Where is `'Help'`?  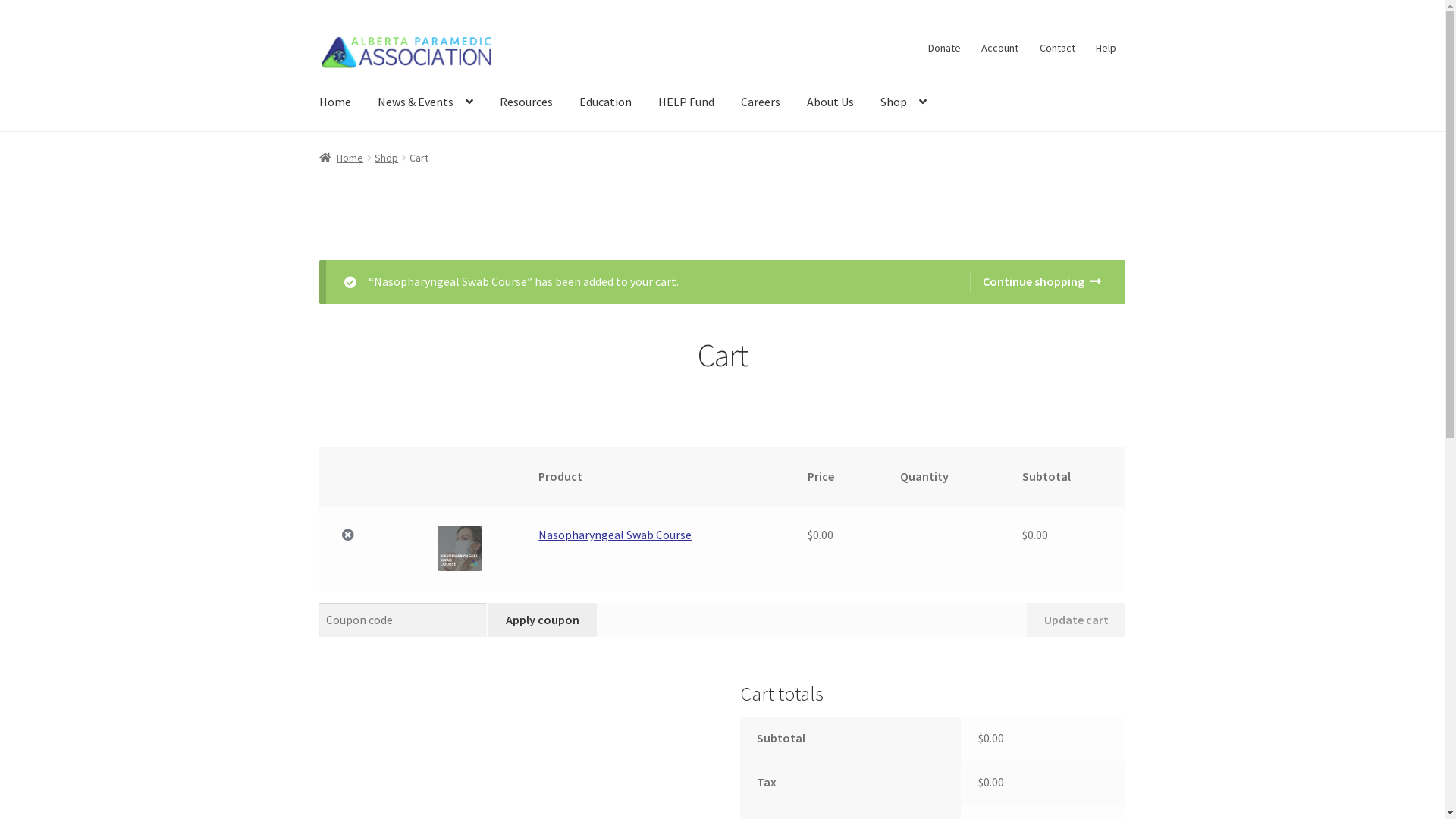
'Help' is located at coordinates (1106, 46).